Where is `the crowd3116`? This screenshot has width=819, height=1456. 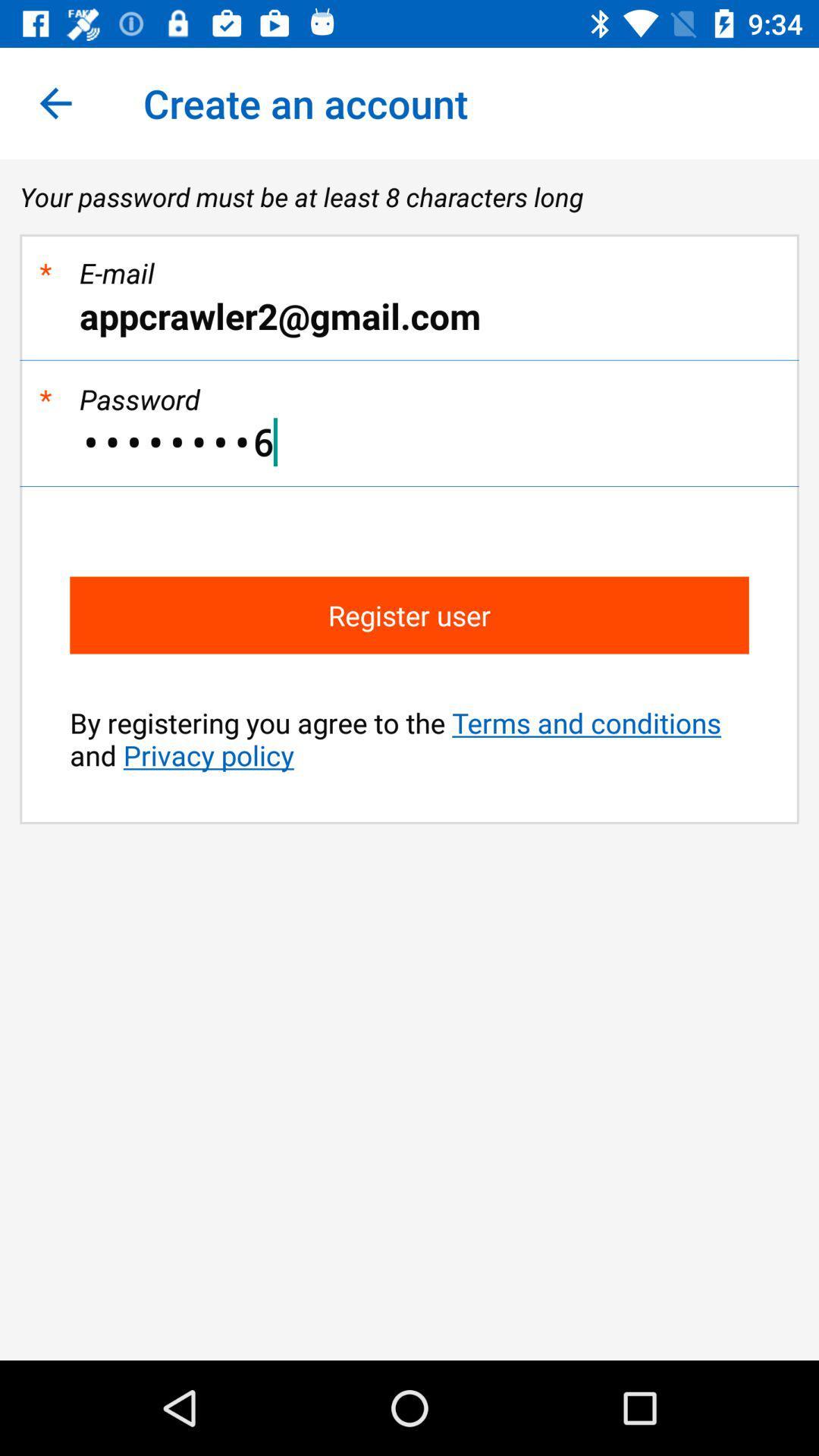
the crowd3116 is located at coordinates (409, 441).